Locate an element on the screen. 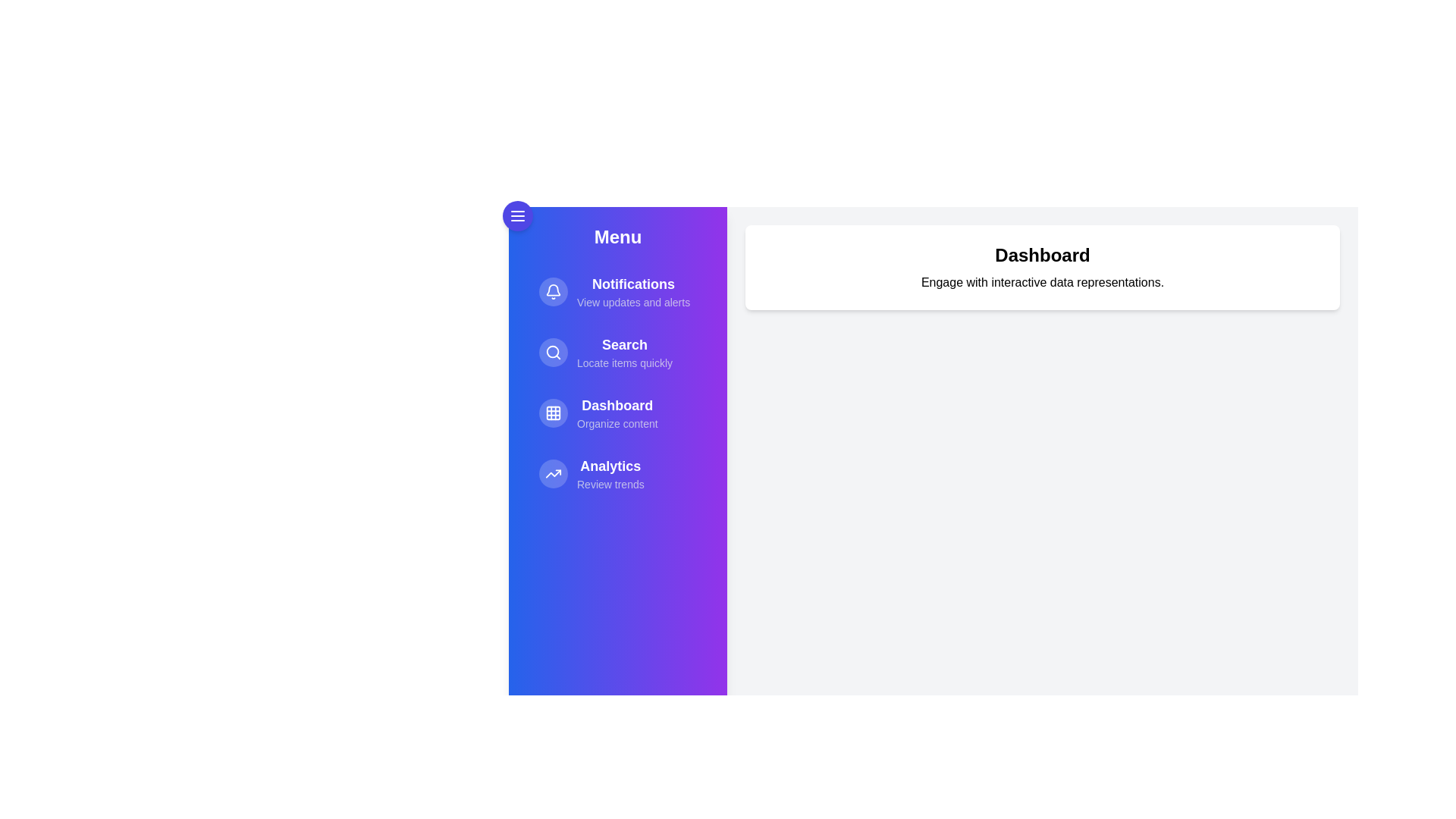  the menu item Search to navigate or perform its action is located at coordinates (618, 353).